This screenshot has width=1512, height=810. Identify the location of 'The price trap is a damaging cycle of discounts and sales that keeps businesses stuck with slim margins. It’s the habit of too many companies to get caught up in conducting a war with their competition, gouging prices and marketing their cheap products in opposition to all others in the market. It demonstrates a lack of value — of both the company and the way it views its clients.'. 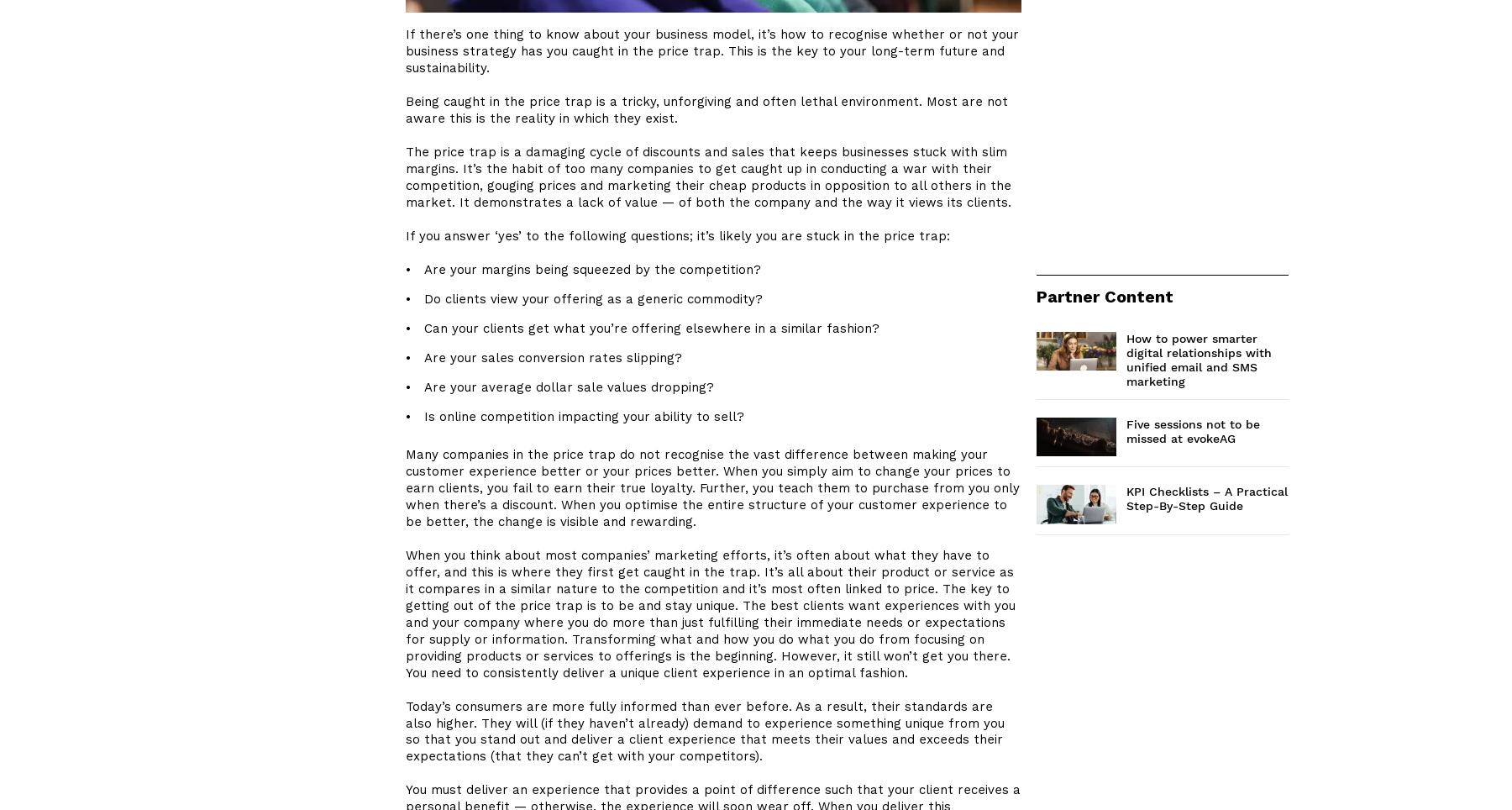
(708, 177).